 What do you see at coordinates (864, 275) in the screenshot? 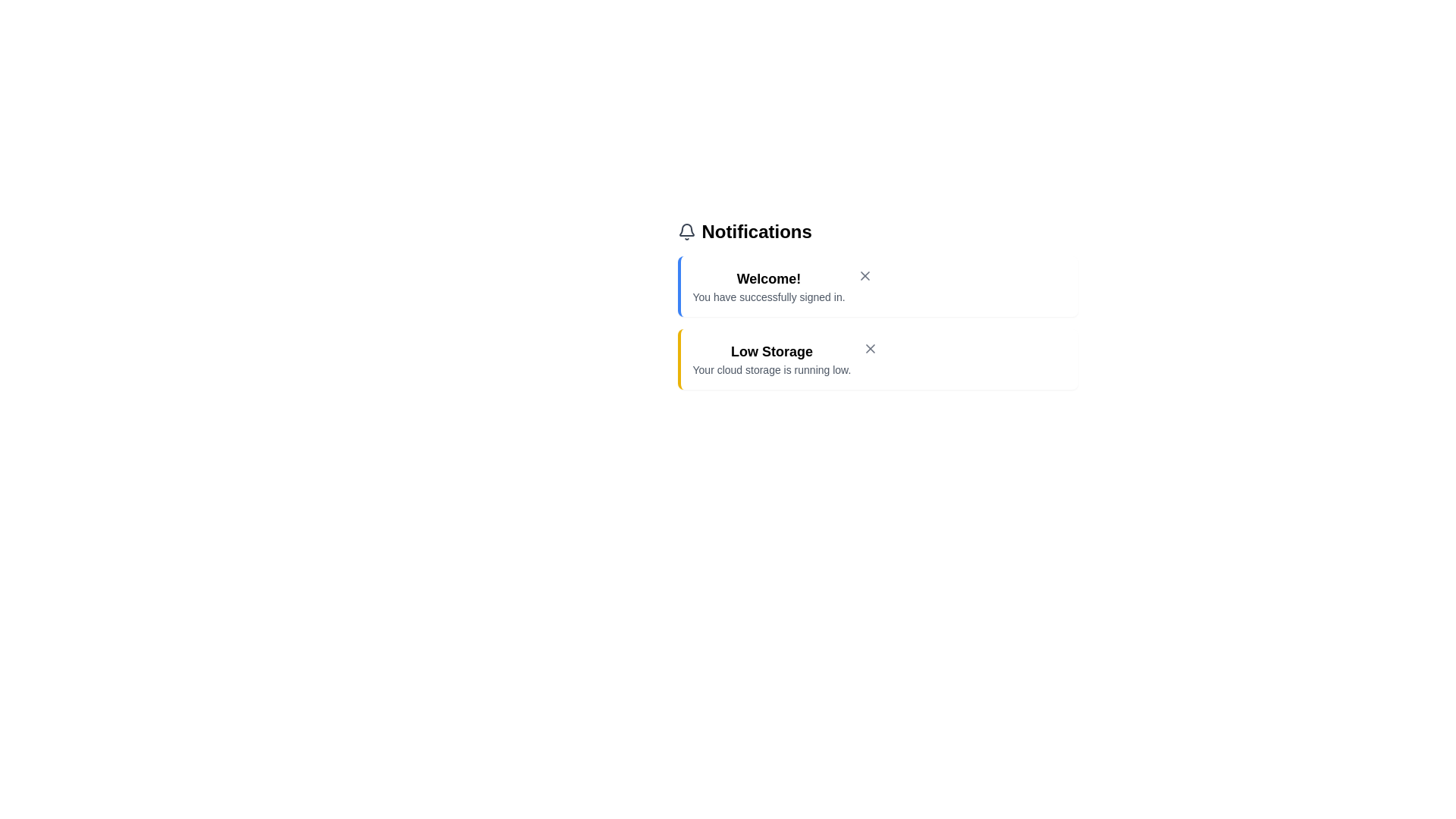
I see `the small gray 'X' icon located at the top-right of the notification with the bold 'Welcome!' text` at bounding box center [864, 275].